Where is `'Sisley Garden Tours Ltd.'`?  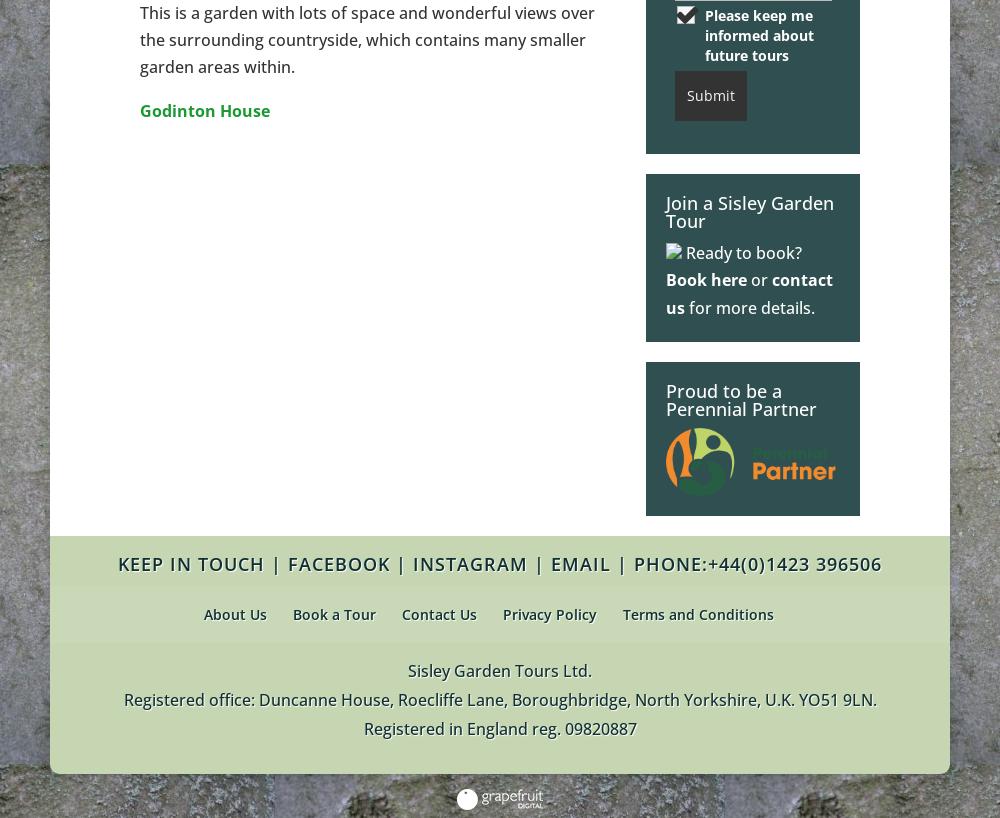 'Sisley Garden Tours Ltd.' is located at coordinates (408, 671).